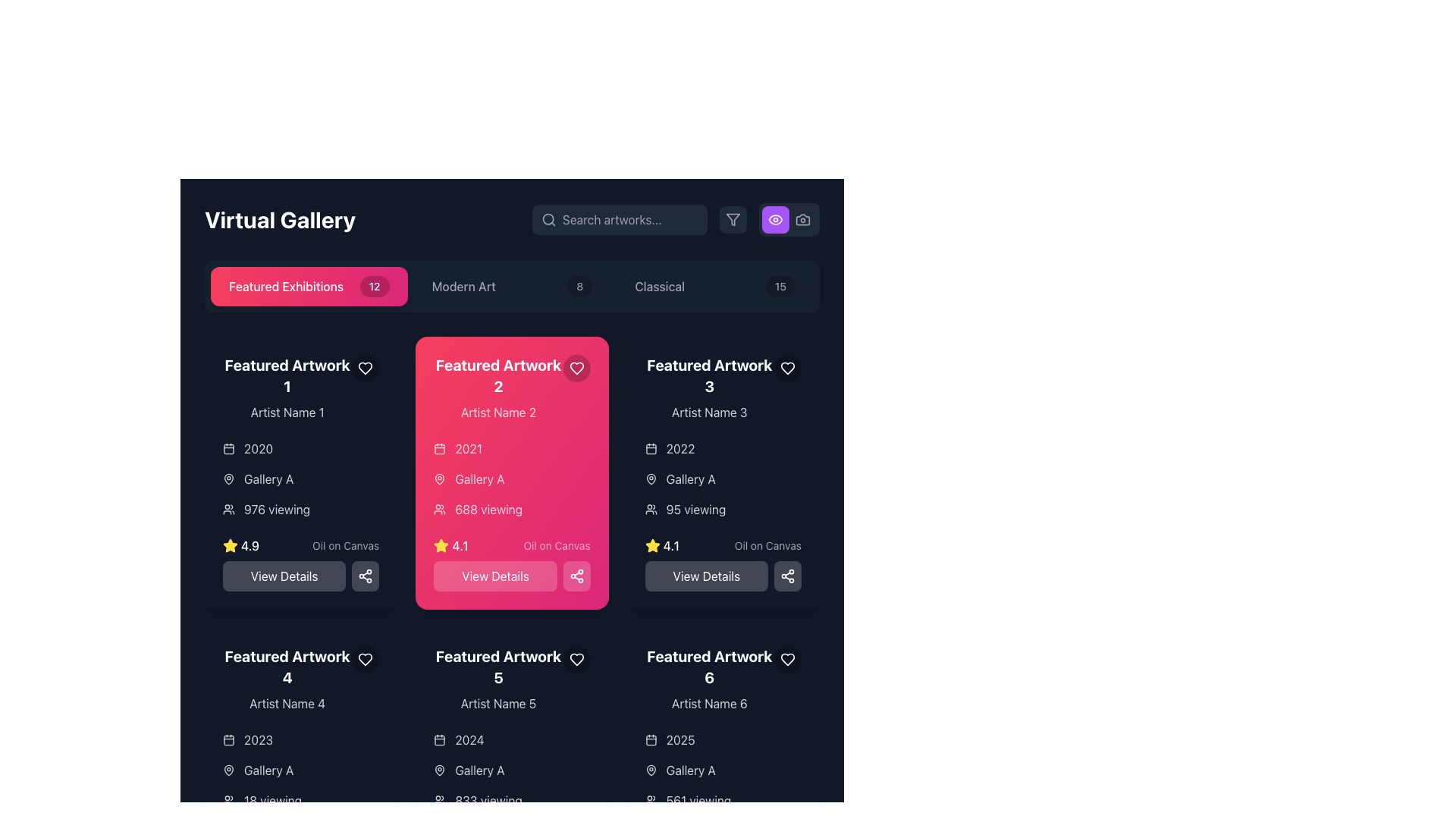  I want to click on the 'Modern Art' text label in the navigation bar, which is styled with white text against a dark background and is the second element among its siblings, so click(463, 287).